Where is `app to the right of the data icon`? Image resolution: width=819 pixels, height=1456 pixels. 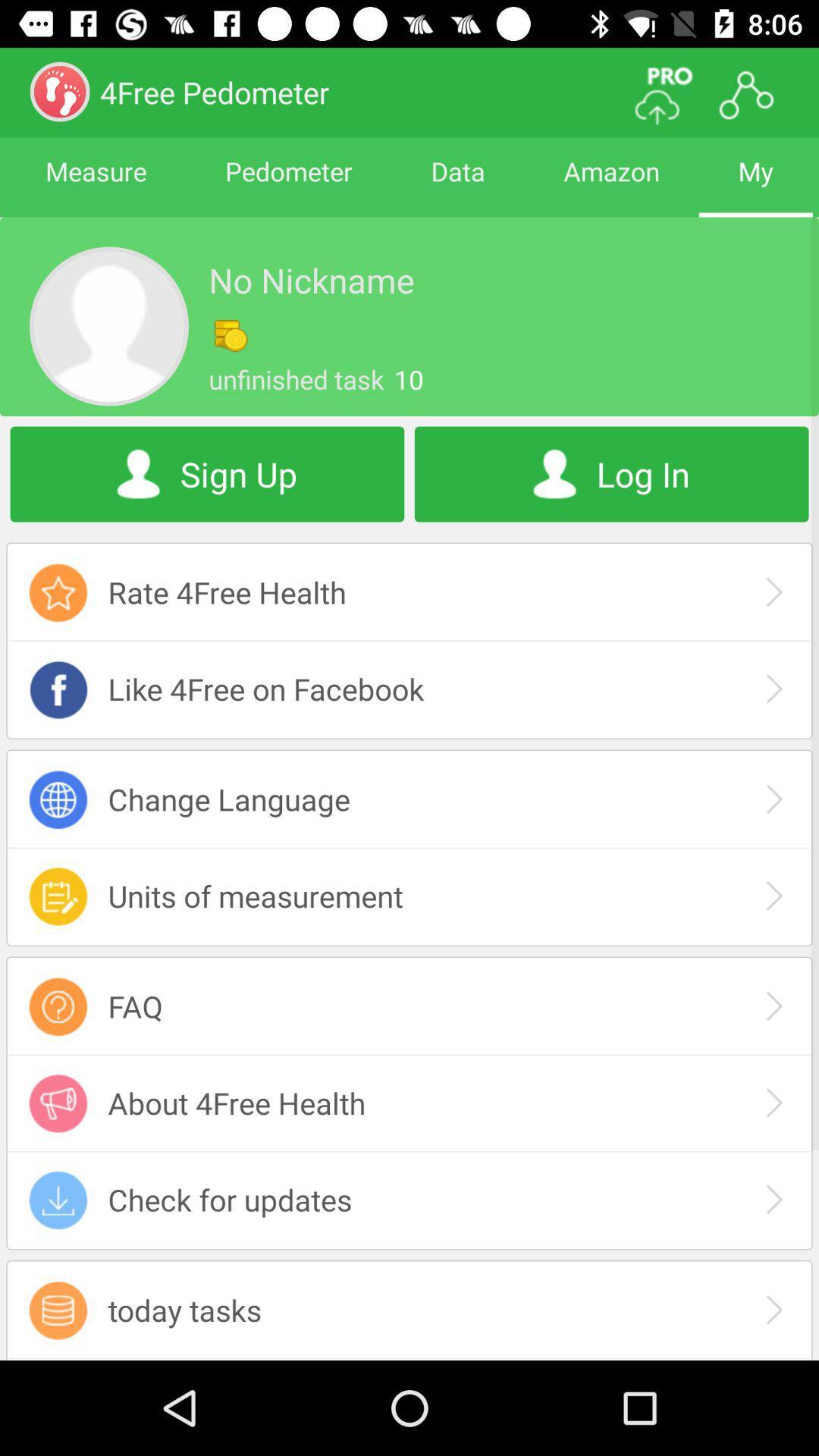 app to the right of the data icon is located at coordinates (610, 184).